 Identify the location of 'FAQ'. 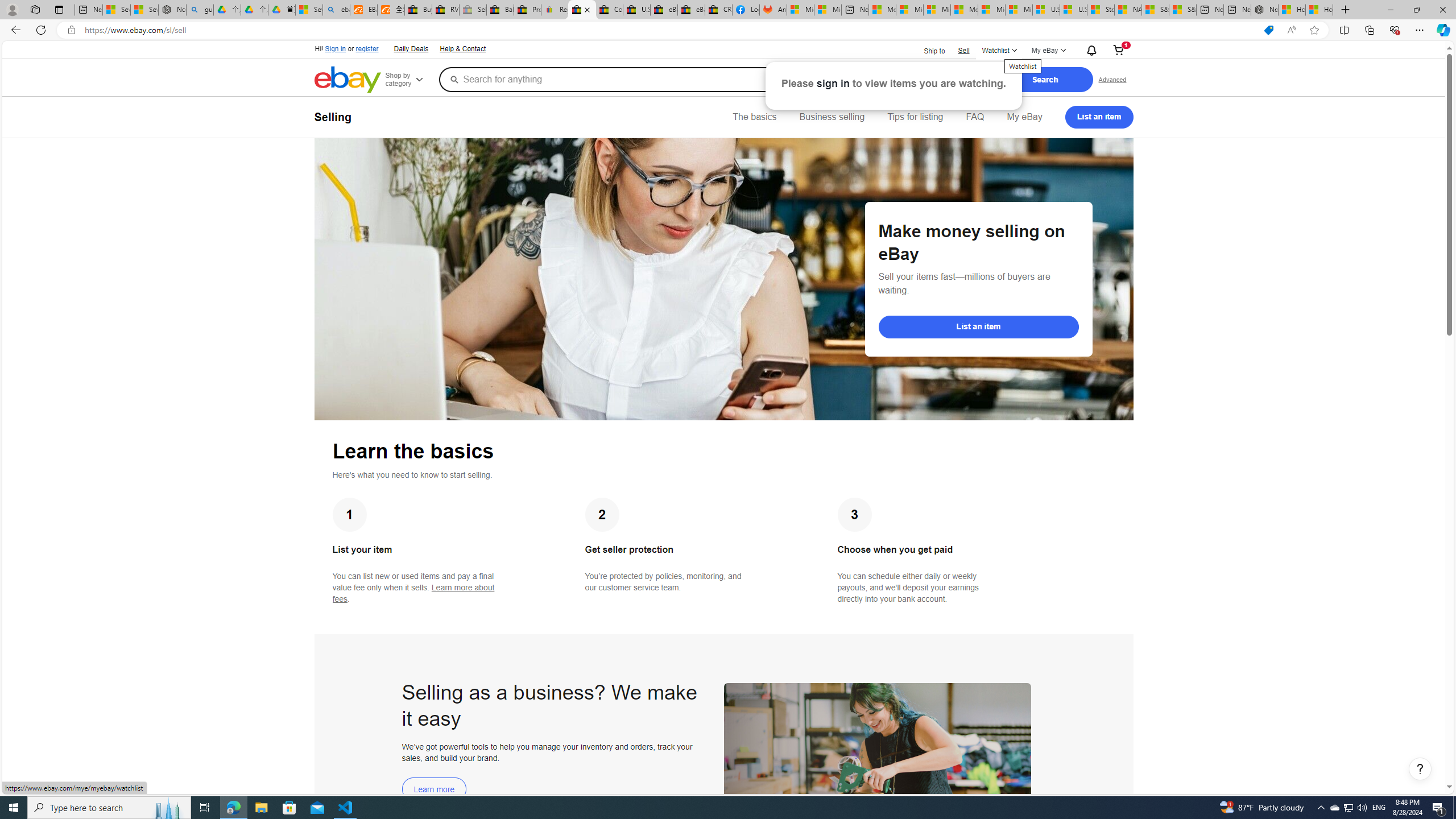
(974, 116).